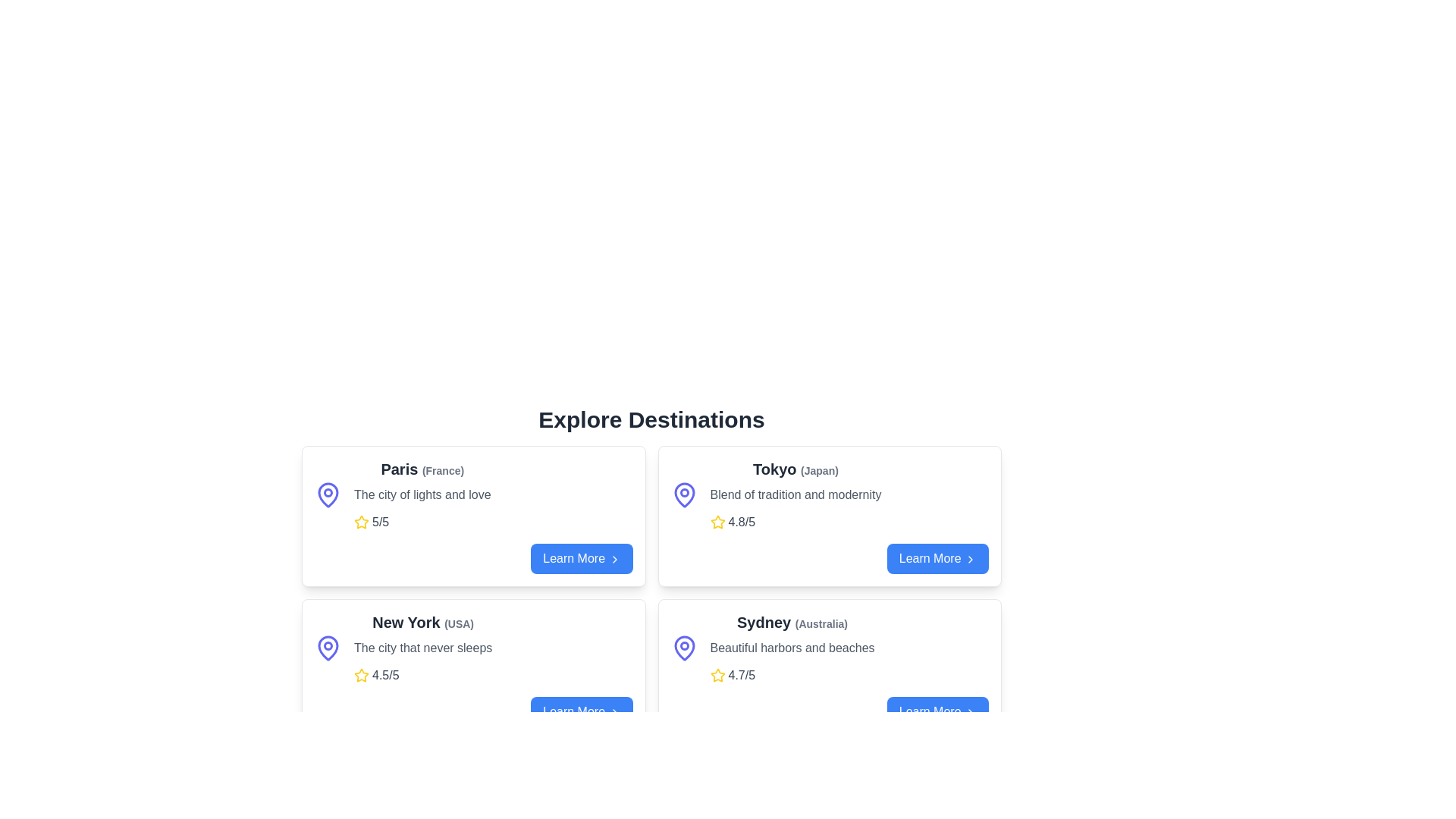 The width and height of the screenshot is (1456, 819). What do you see at coordinates (795, 468) in the screenshot?
I see `the text label indicating 'Tokyo (Japan)' to observe any interactive effects` at bounding box center [795, 468].